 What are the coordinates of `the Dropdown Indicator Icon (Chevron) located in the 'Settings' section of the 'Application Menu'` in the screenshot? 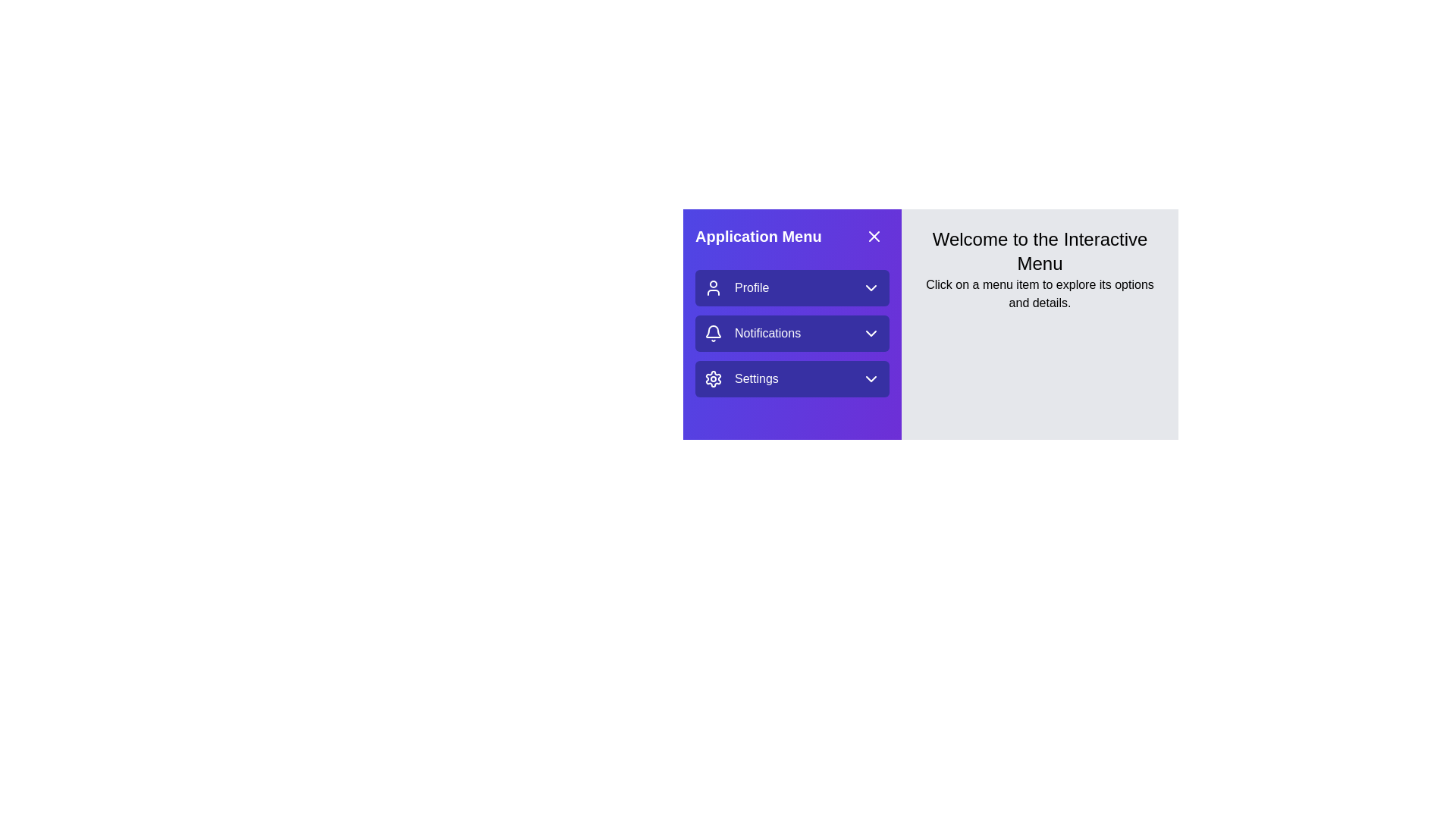 It's located at (871, 378).